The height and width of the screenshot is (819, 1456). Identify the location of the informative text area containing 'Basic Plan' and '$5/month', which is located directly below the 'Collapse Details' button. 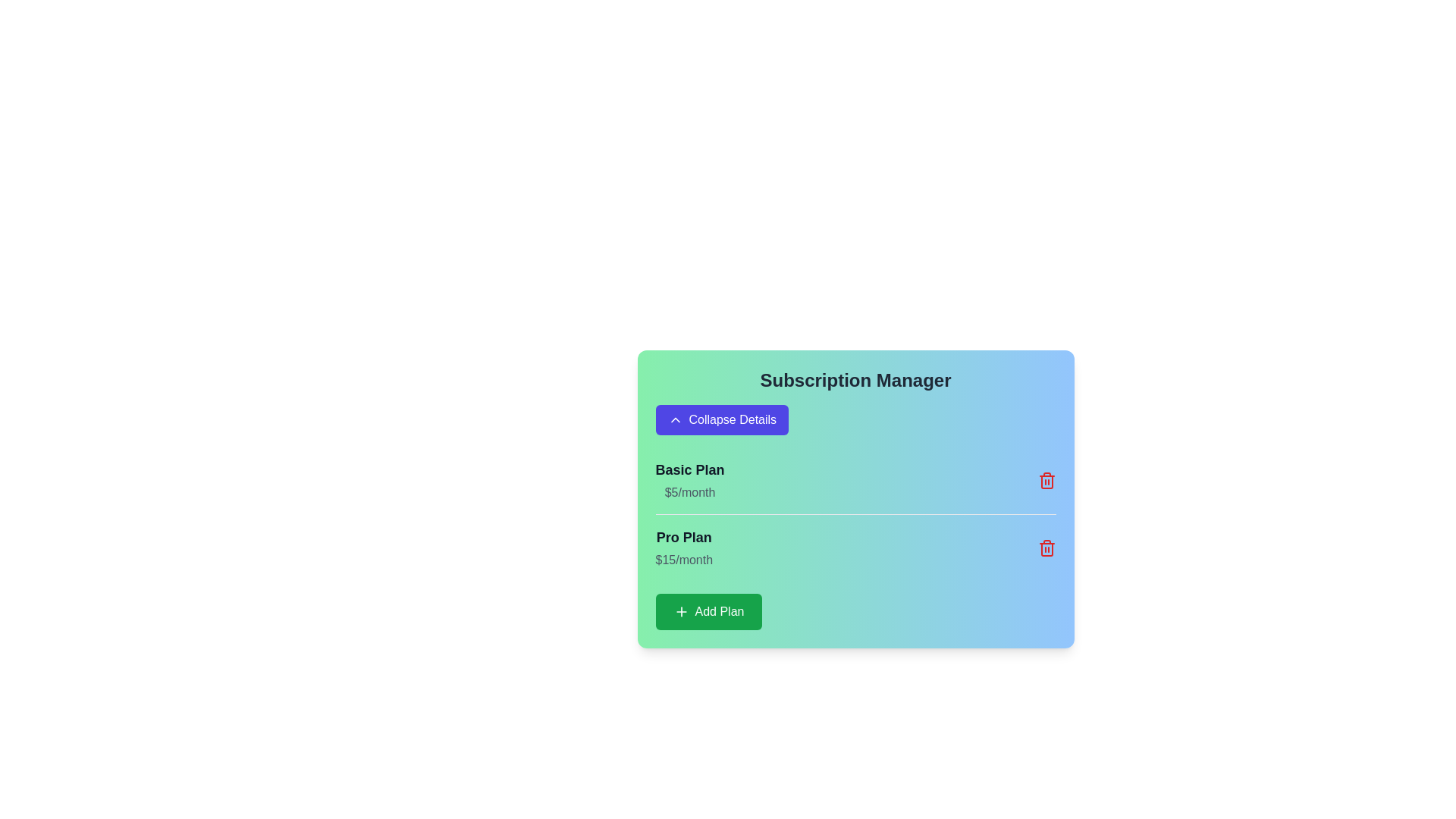
(689, 480).